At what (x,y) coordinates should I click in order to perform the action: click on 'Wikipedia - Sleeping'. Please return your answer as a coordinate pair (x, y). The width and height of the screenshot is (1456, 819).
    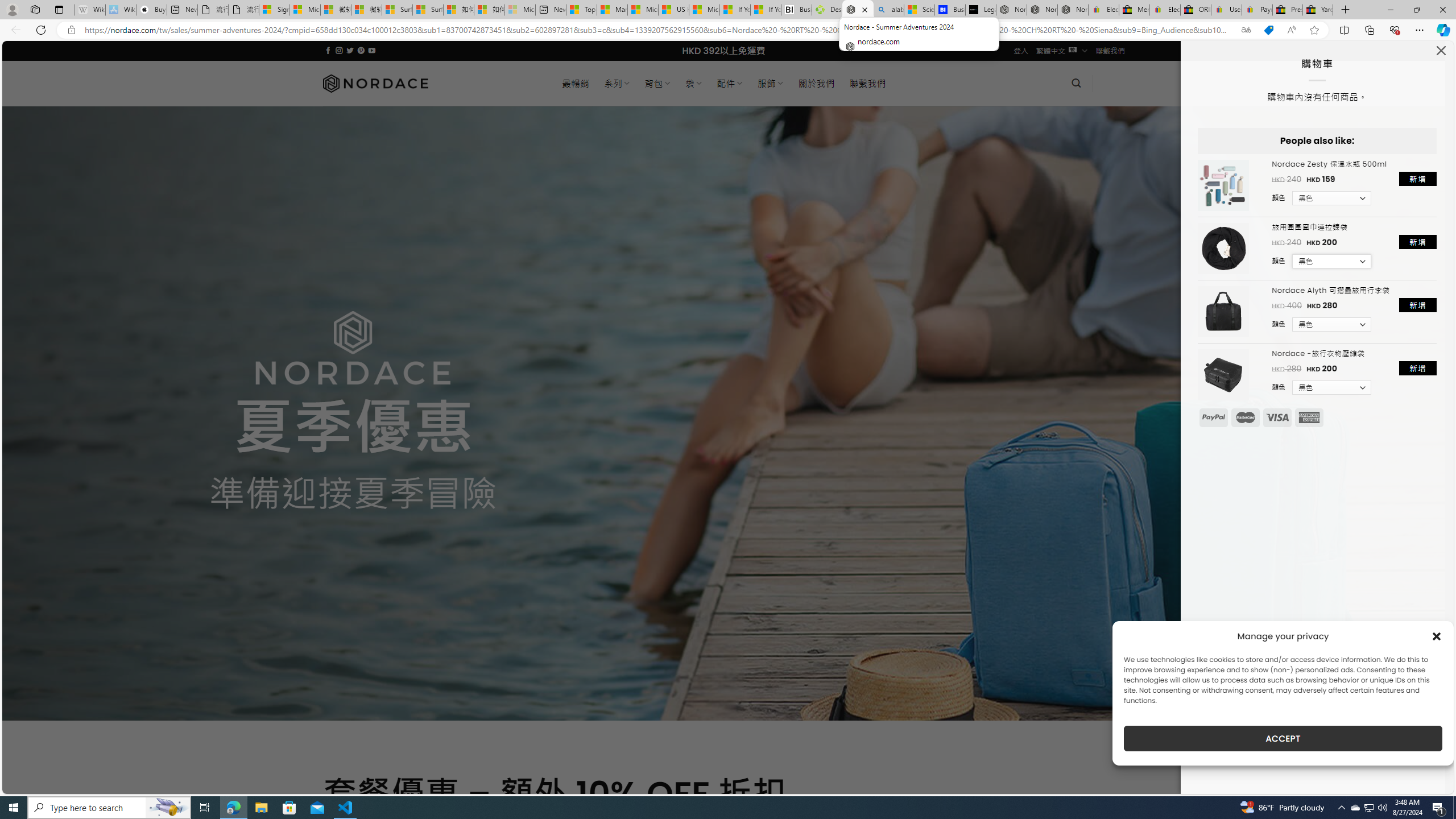
    Looking at the image, I should click on (90, 9).